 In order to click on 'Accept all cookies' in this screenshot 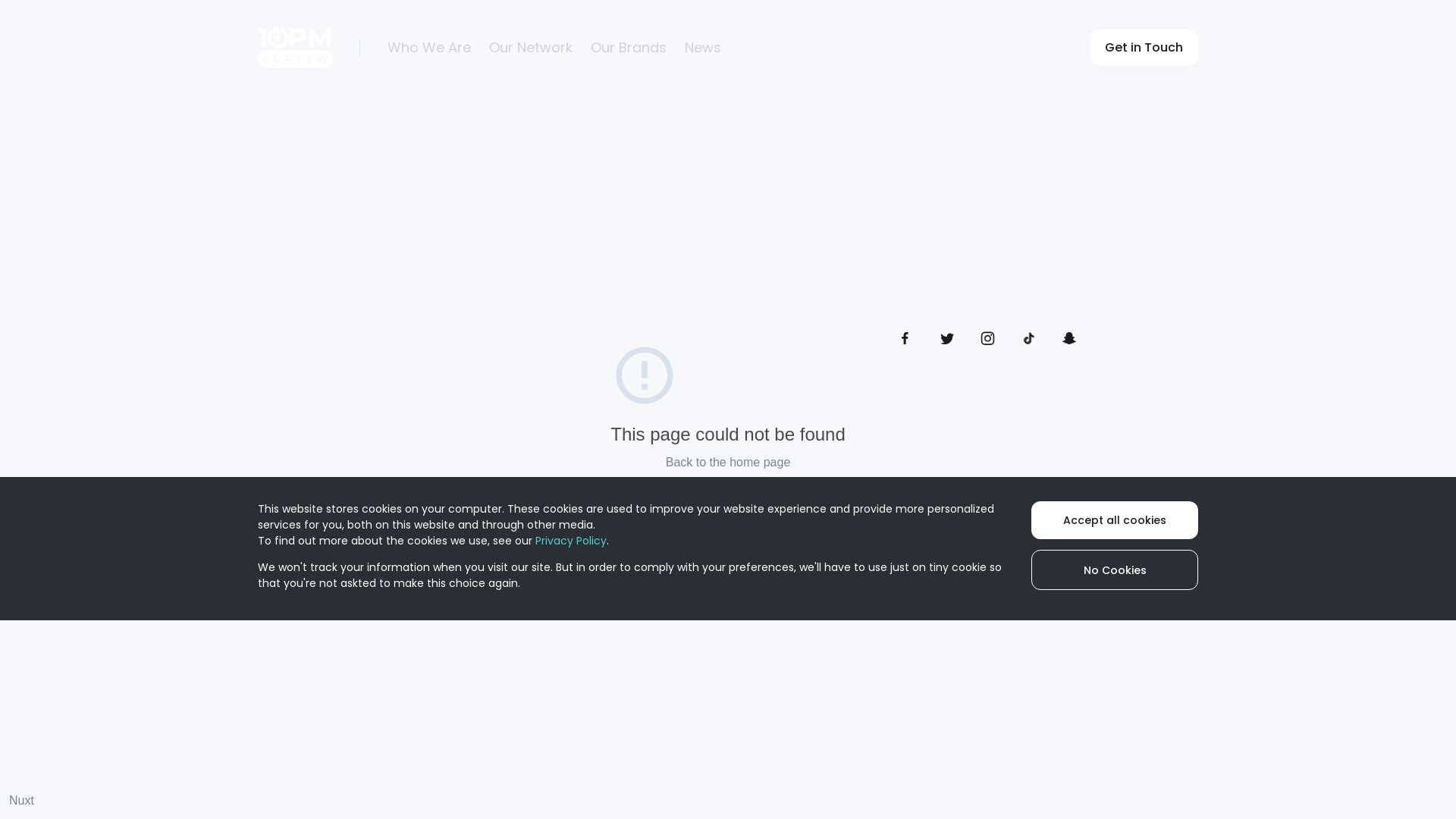, I will do `click(1031, 519)`.